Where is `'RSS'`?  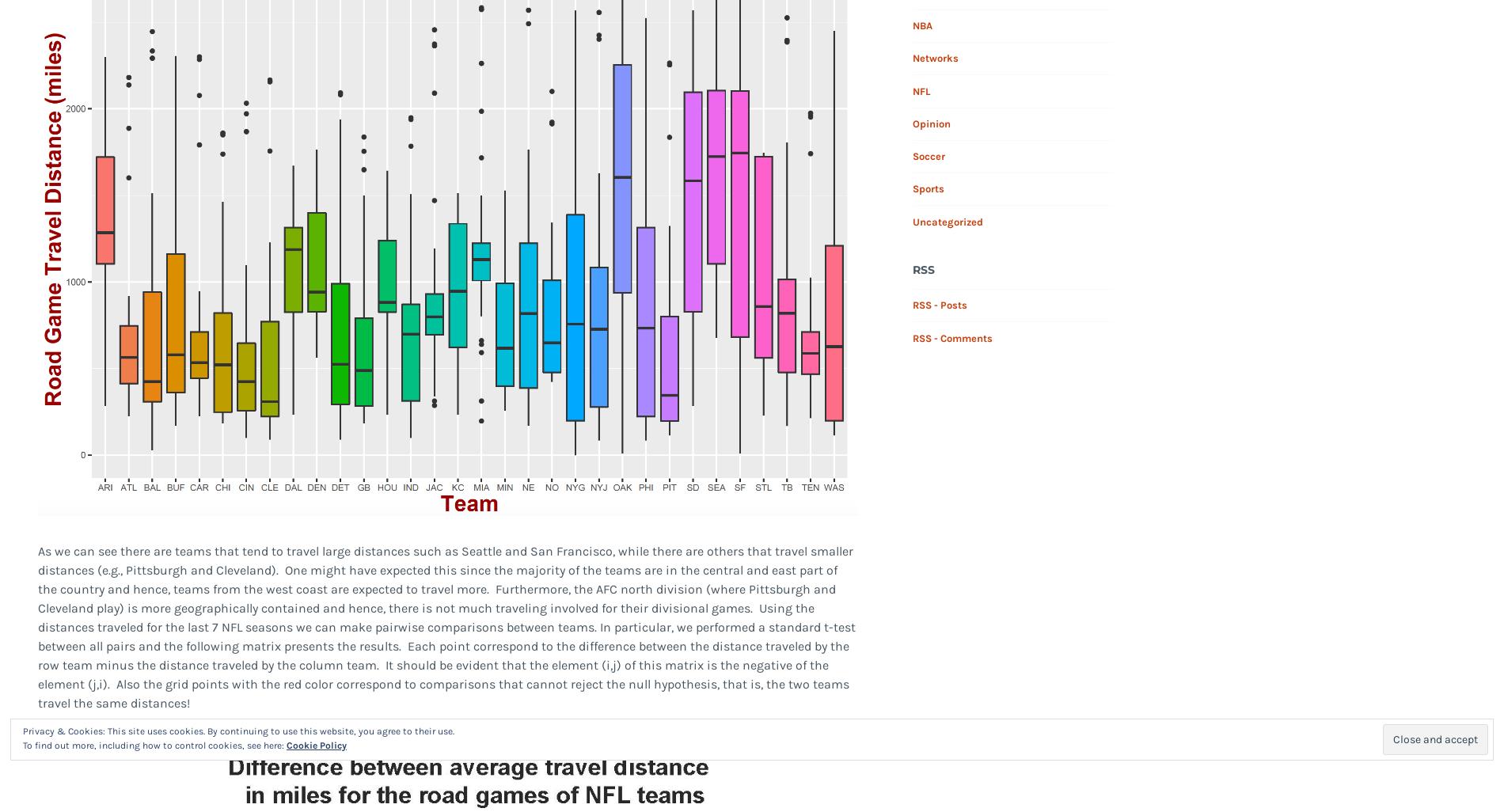 'RSS' is located at coordinates (923, 269).